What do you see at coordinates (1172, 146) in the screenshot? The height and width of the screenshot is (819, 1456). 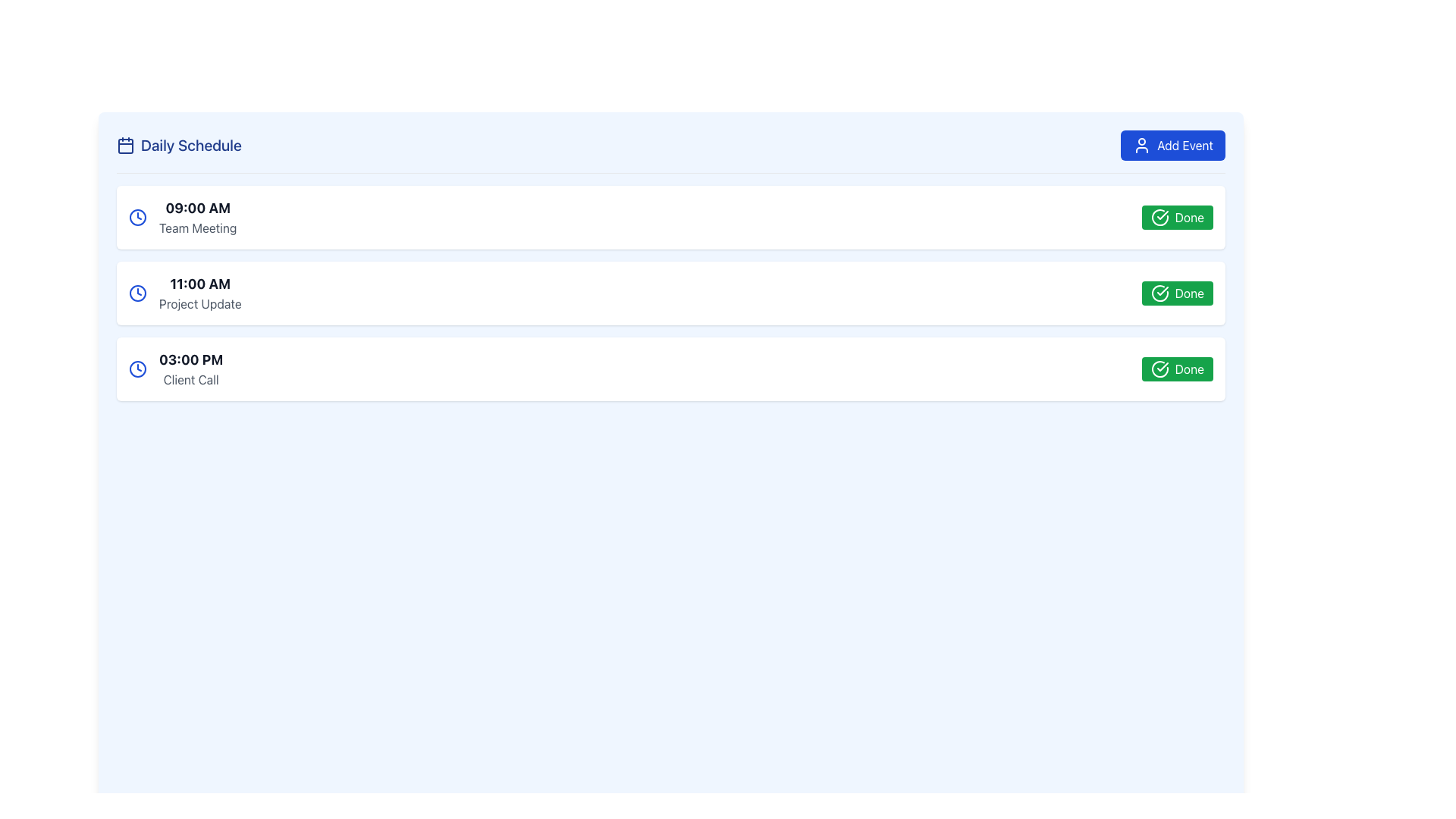 I see `the 'Add Event' button located in the top-right corner of the 'Daily Schedule' header` at bounding box center [1172, 146].